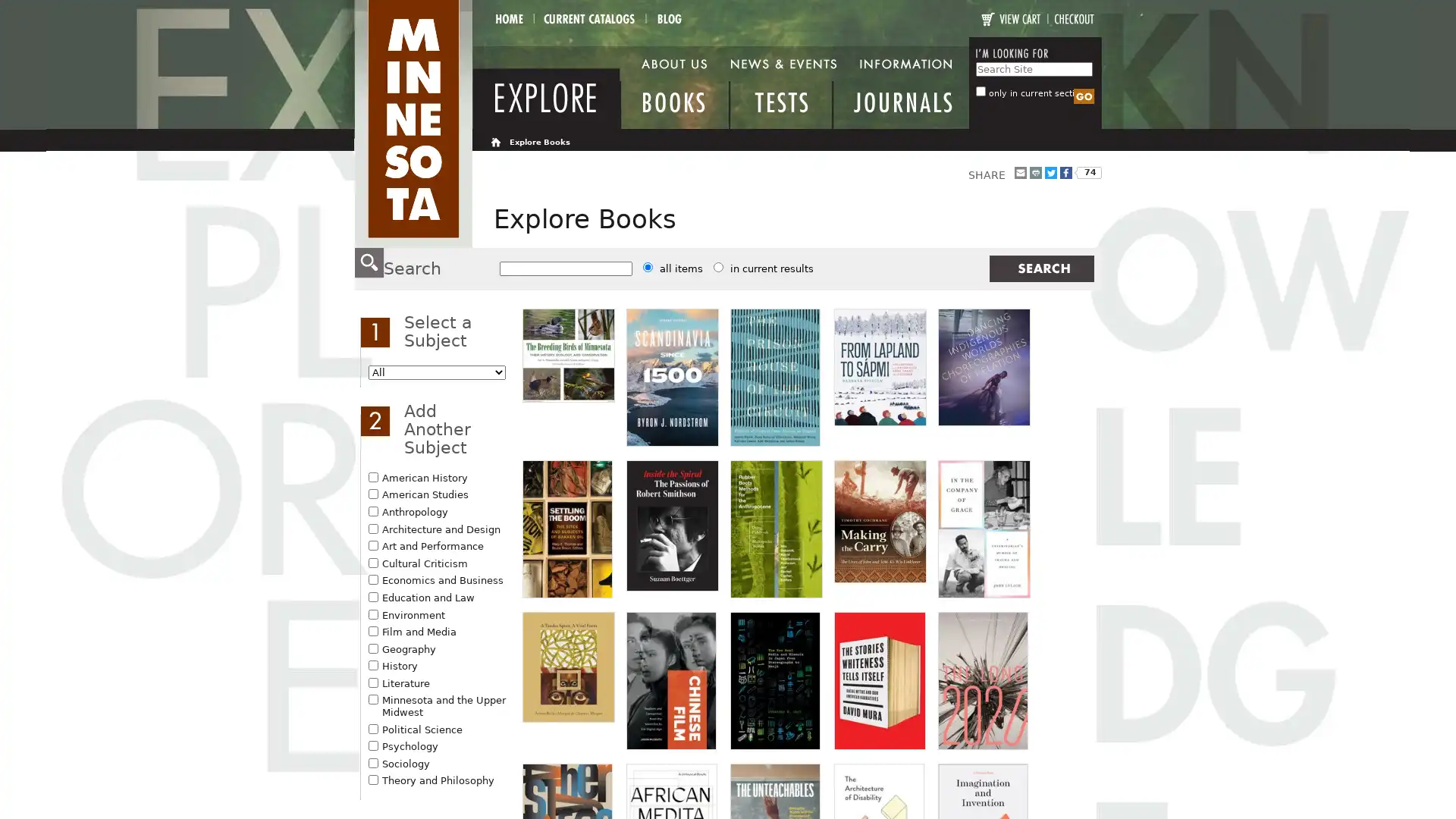 Image resolution: width=1456 pixels, height=819 pixels. What do you see at coordinates (1083, 96) in the screenshot?
I see `Search` at bounding box center [1083, 96].